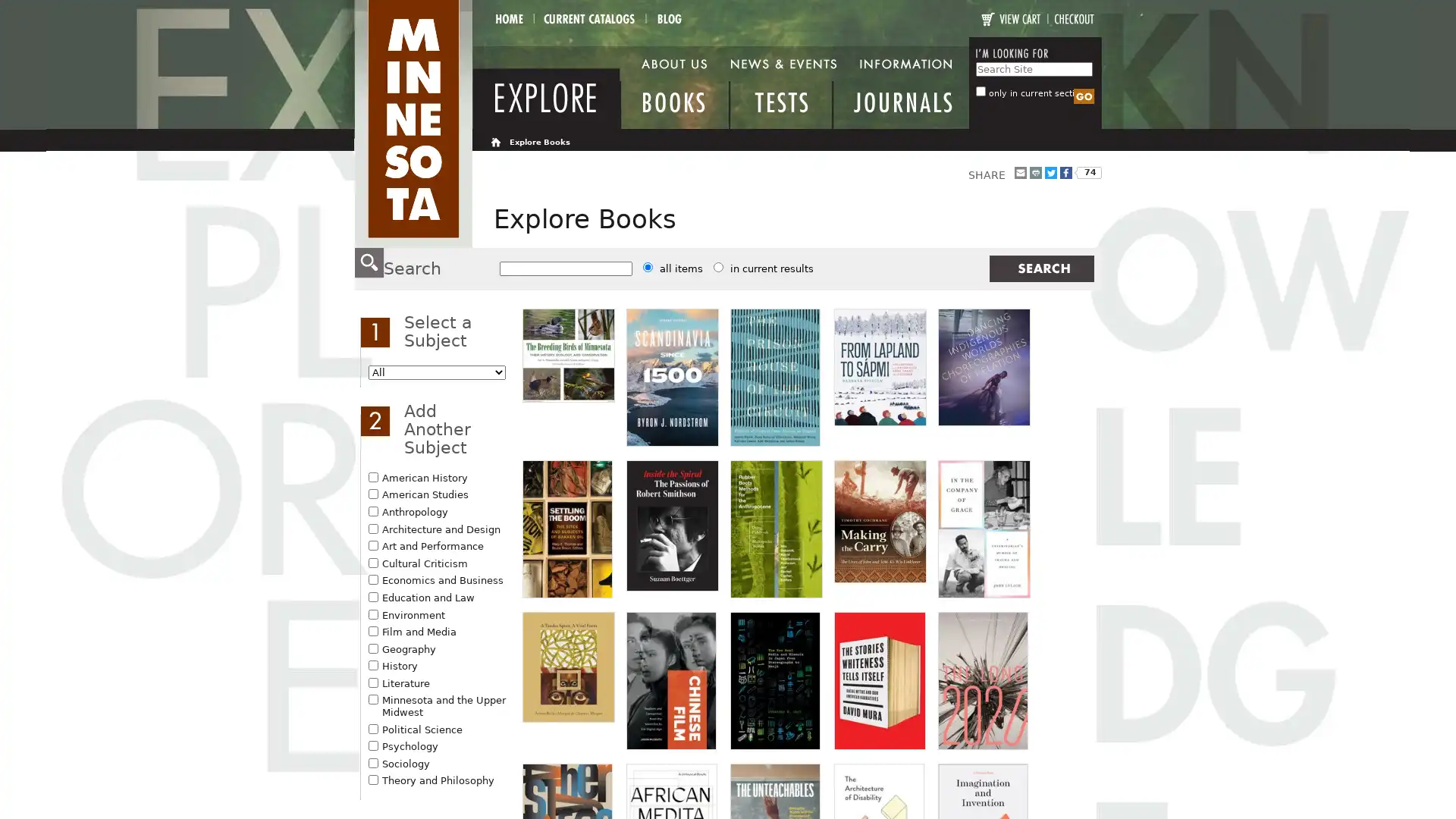 Image resolution: width=1456 pixels, height=819 pixels. What do you see at coordinates (1083, 96) in the screenshot?
I see `Search` at bounding box center [1083, 96].